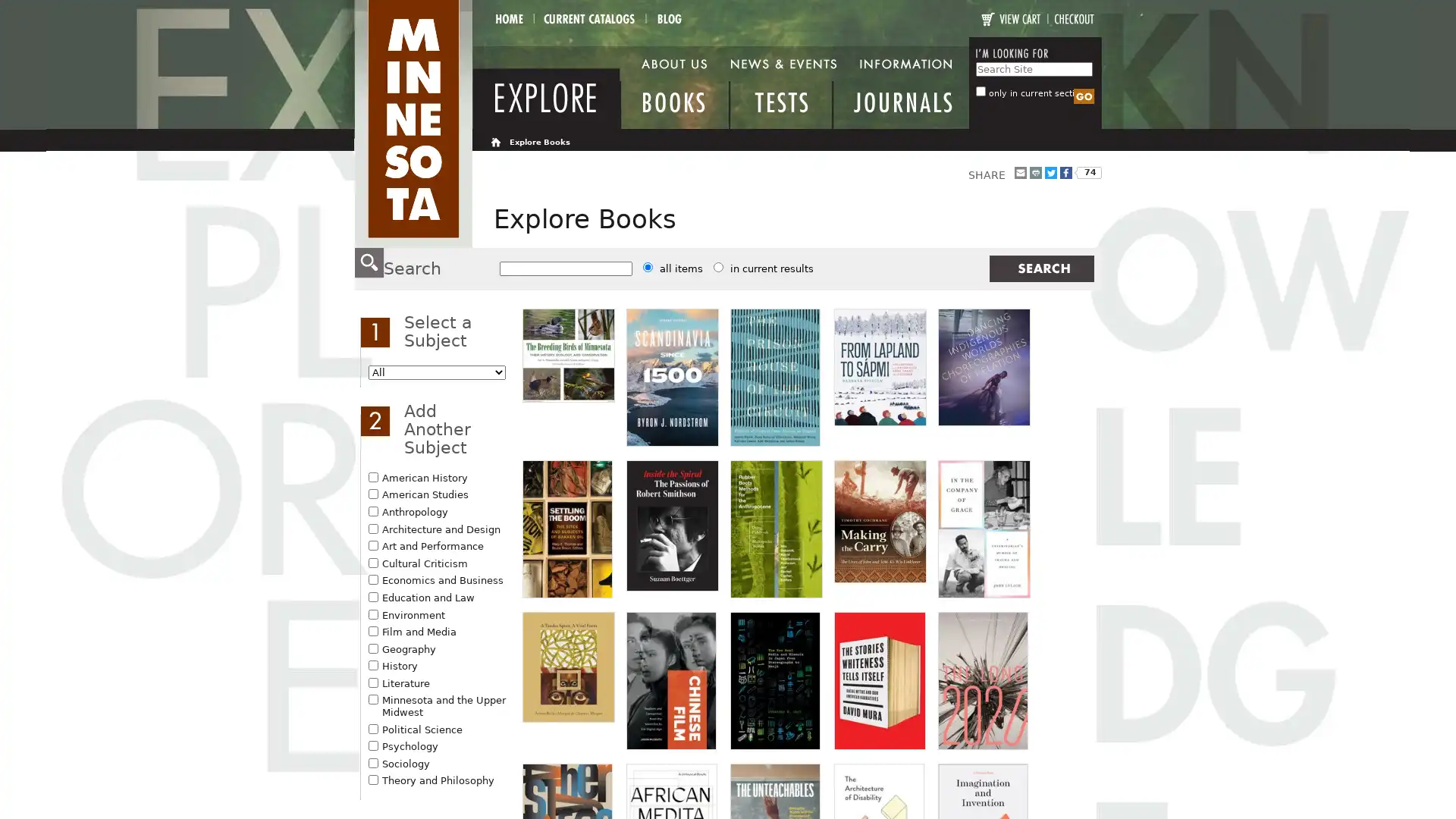 Image resolution: width=1456 pixels, height=819 pixels. What do you see at coordinates (1083, 96) in the screenshot?
I see `Search` at bounding box center [1083, 96].